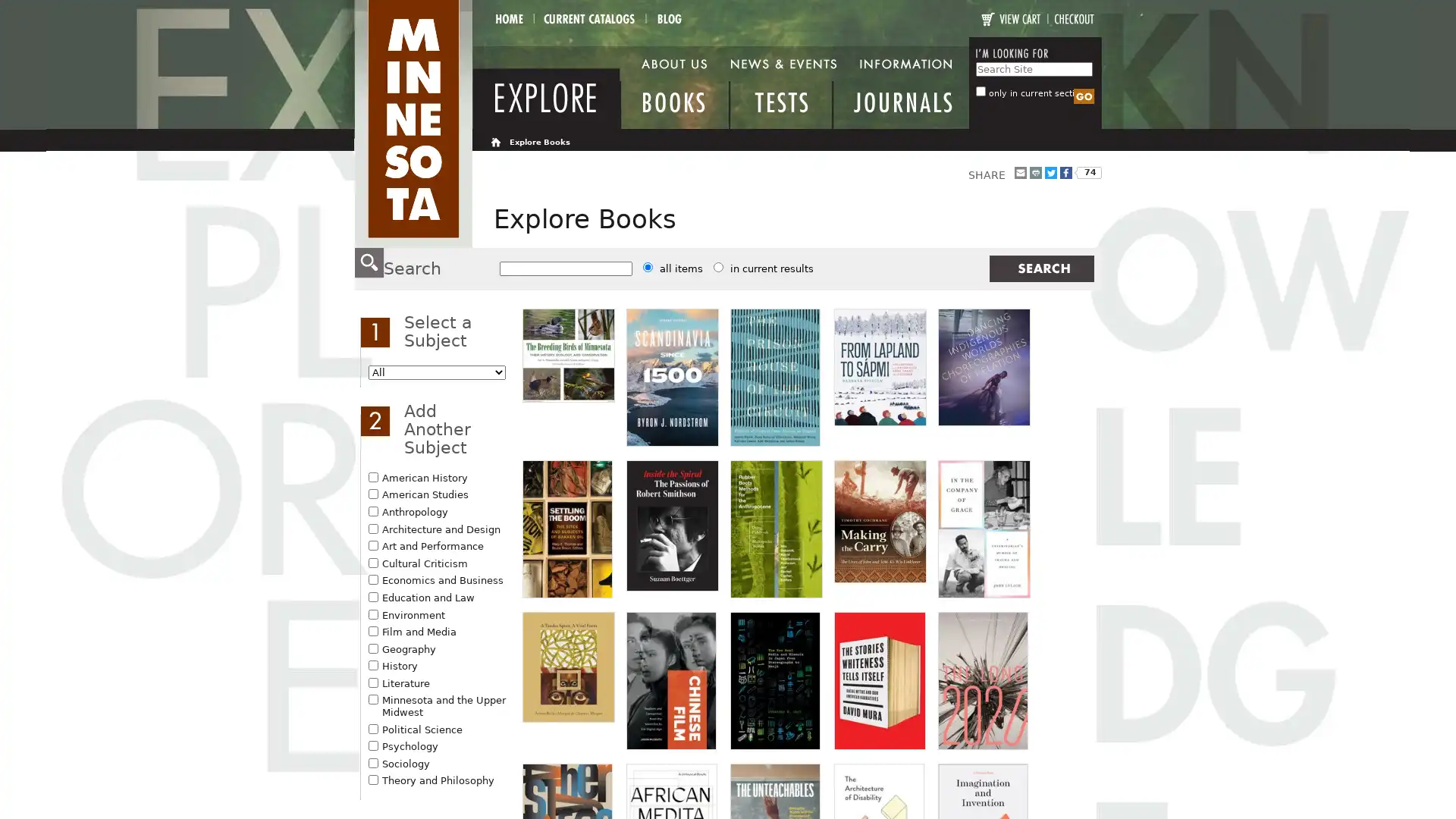 Image resolution: width=1456 pixels, height=819 pixels. What do you see at coordinates (1083, 96) in the screenshot?
I see `Search` at bounding box center [1083, 96].